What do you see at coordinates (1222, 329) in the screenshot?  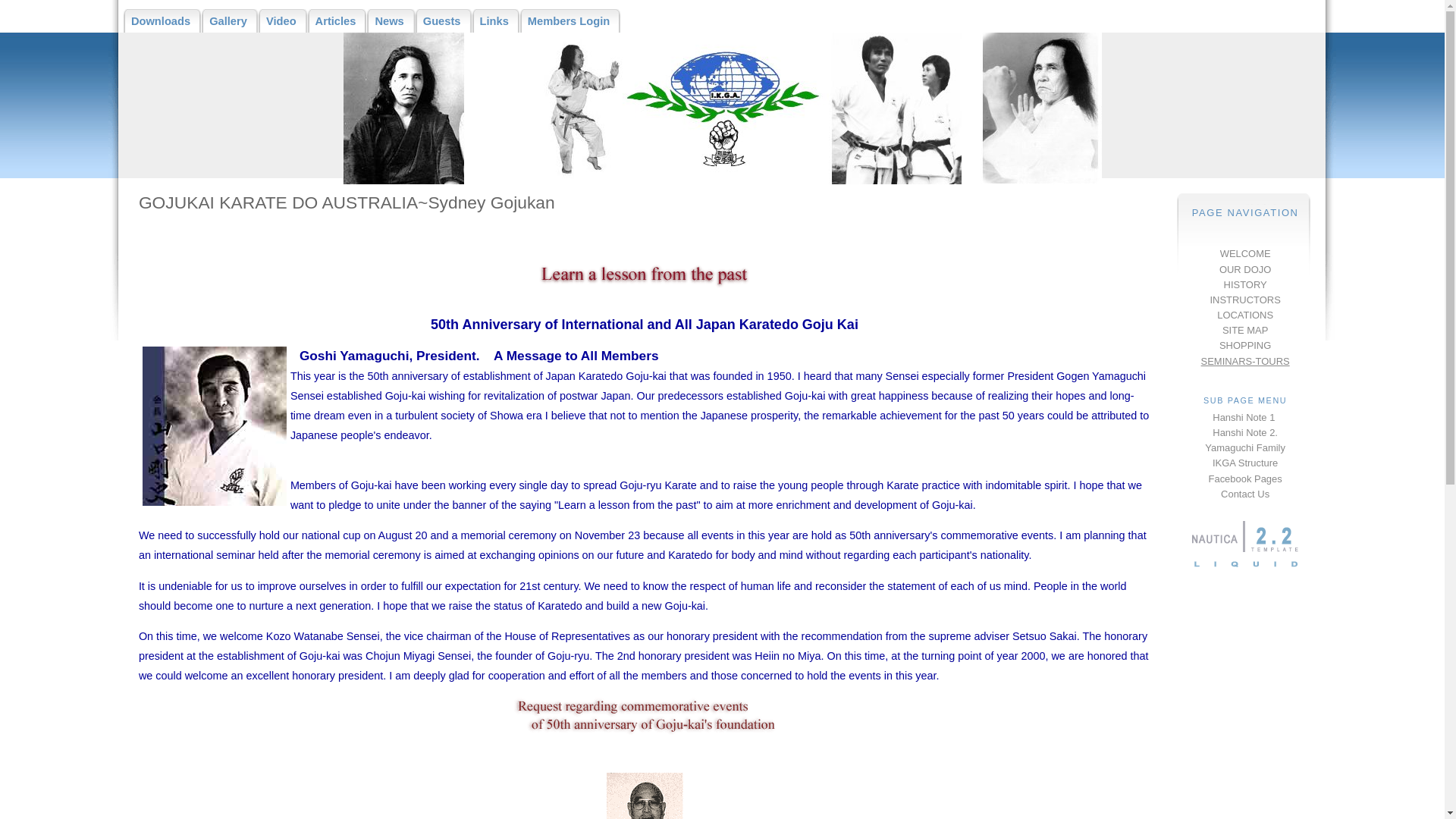 I see `'SITE MAP'` at bounding box center [1222, 329].